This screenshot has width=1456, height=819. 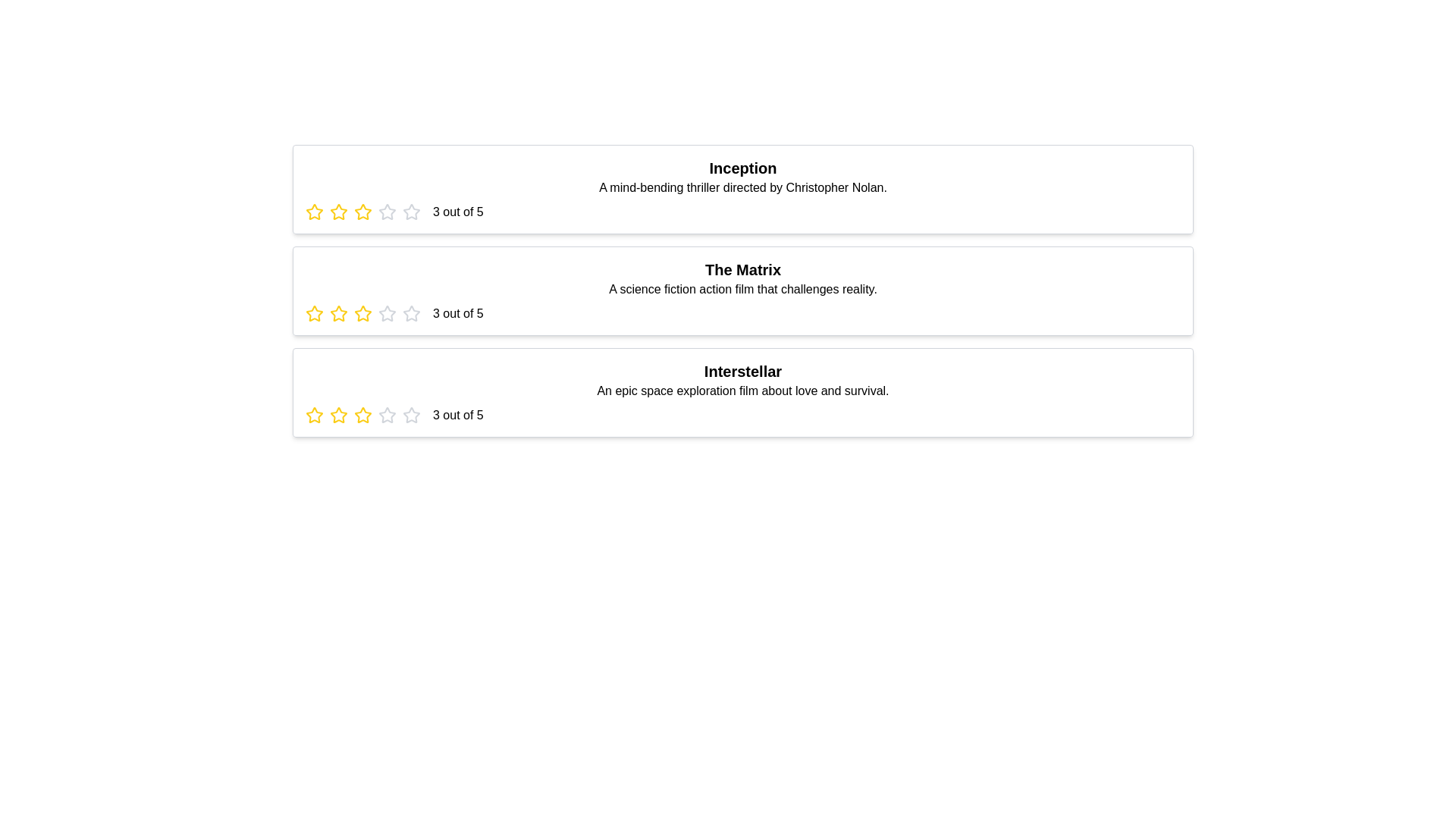 I want to click on the star corresponding to 2 stars for the movie titled The Matrix, so click(x=337, y=312).